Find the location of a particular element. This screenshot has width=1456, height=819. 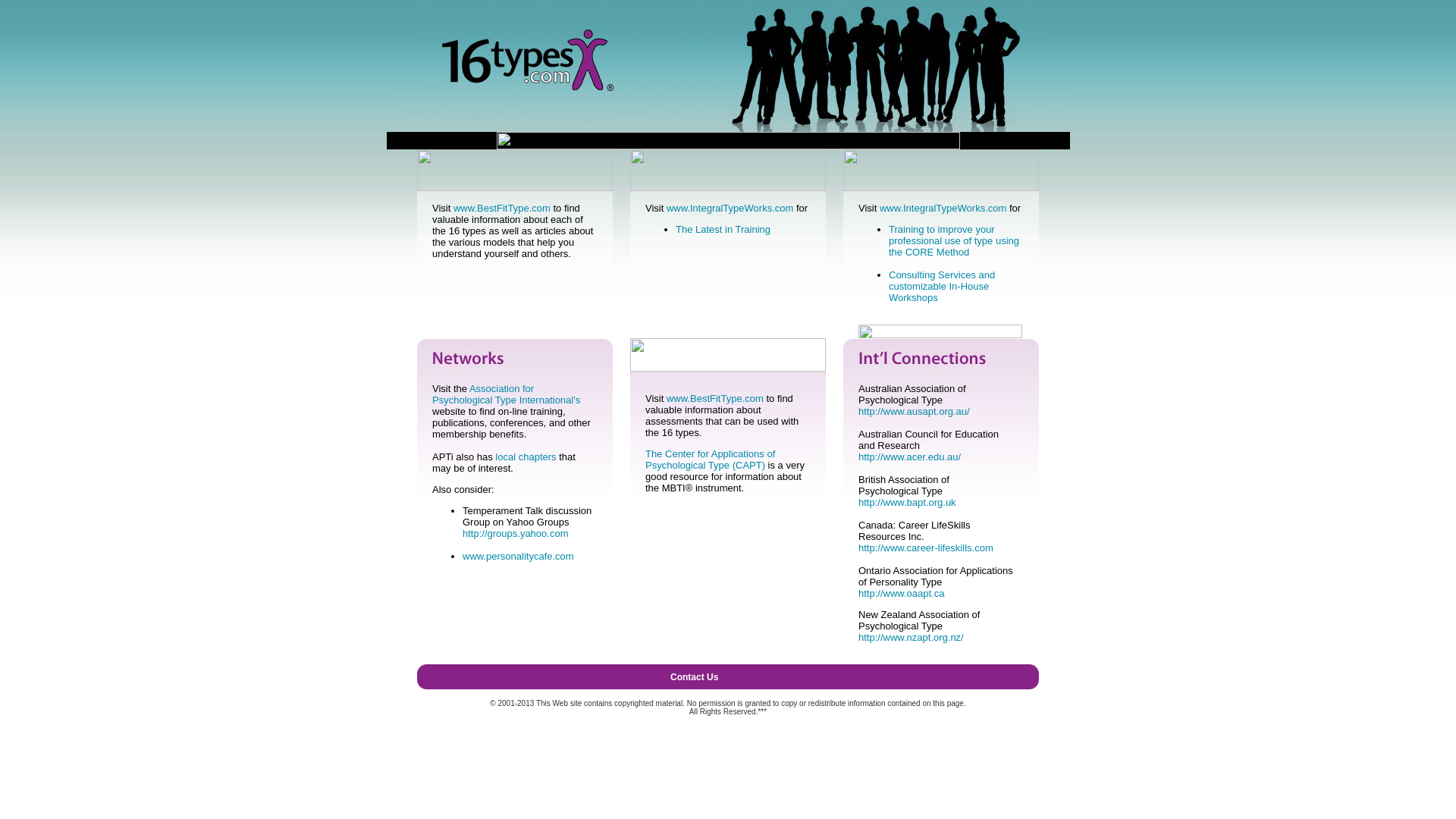

'Consulting Services and customizable In-House Workshops' is located at coordinates (888, 286).